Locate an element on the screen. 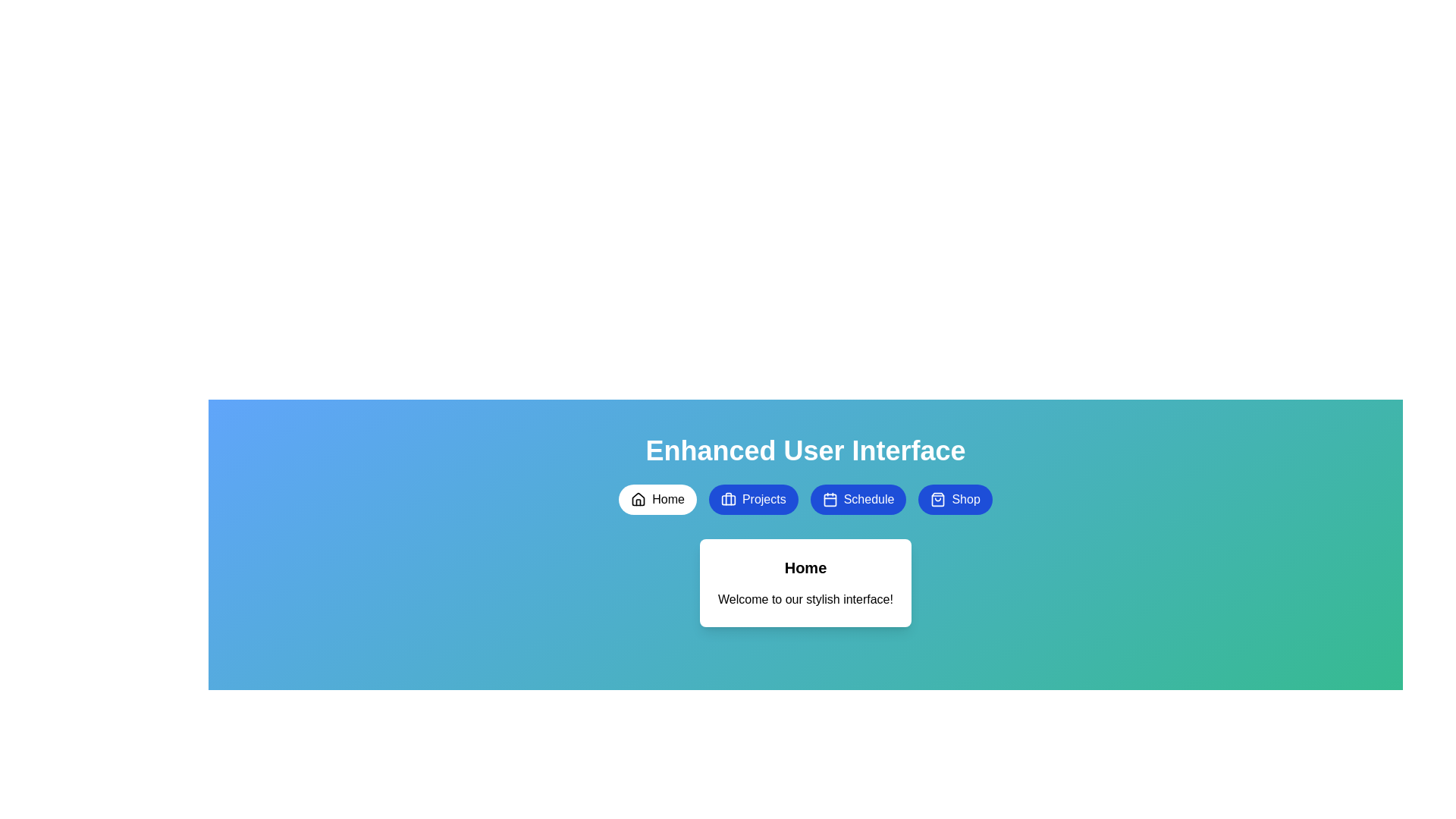 The height and width of the screenshot is (819, 1456). the Shop button to switch to the corresponding tab is located at coordinates (955, 500).